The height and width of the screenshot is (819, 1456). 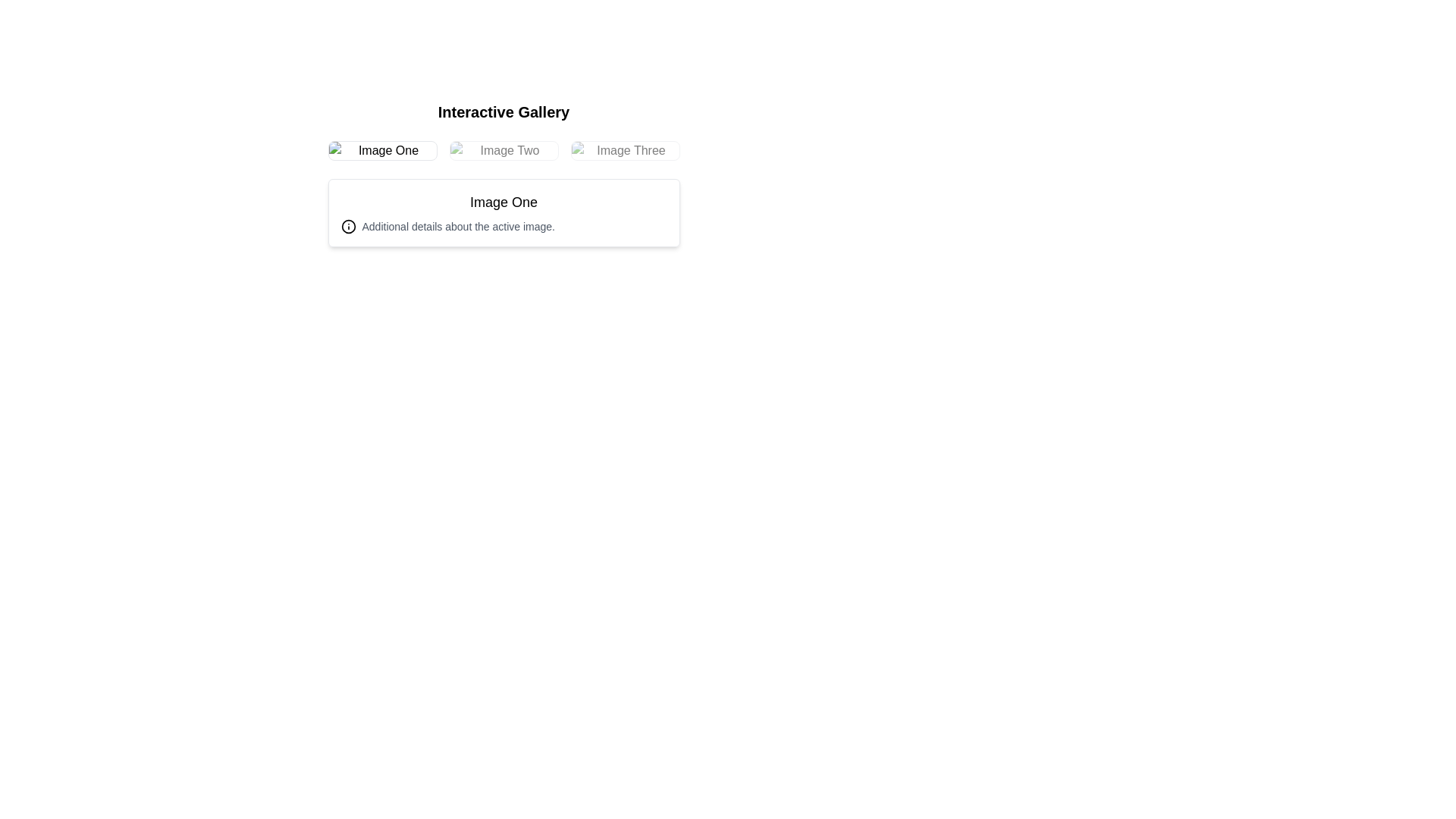 I want to click on text inside the description panel card located below the row of image previews in the interactive gallery, so click(x=504, y=213).